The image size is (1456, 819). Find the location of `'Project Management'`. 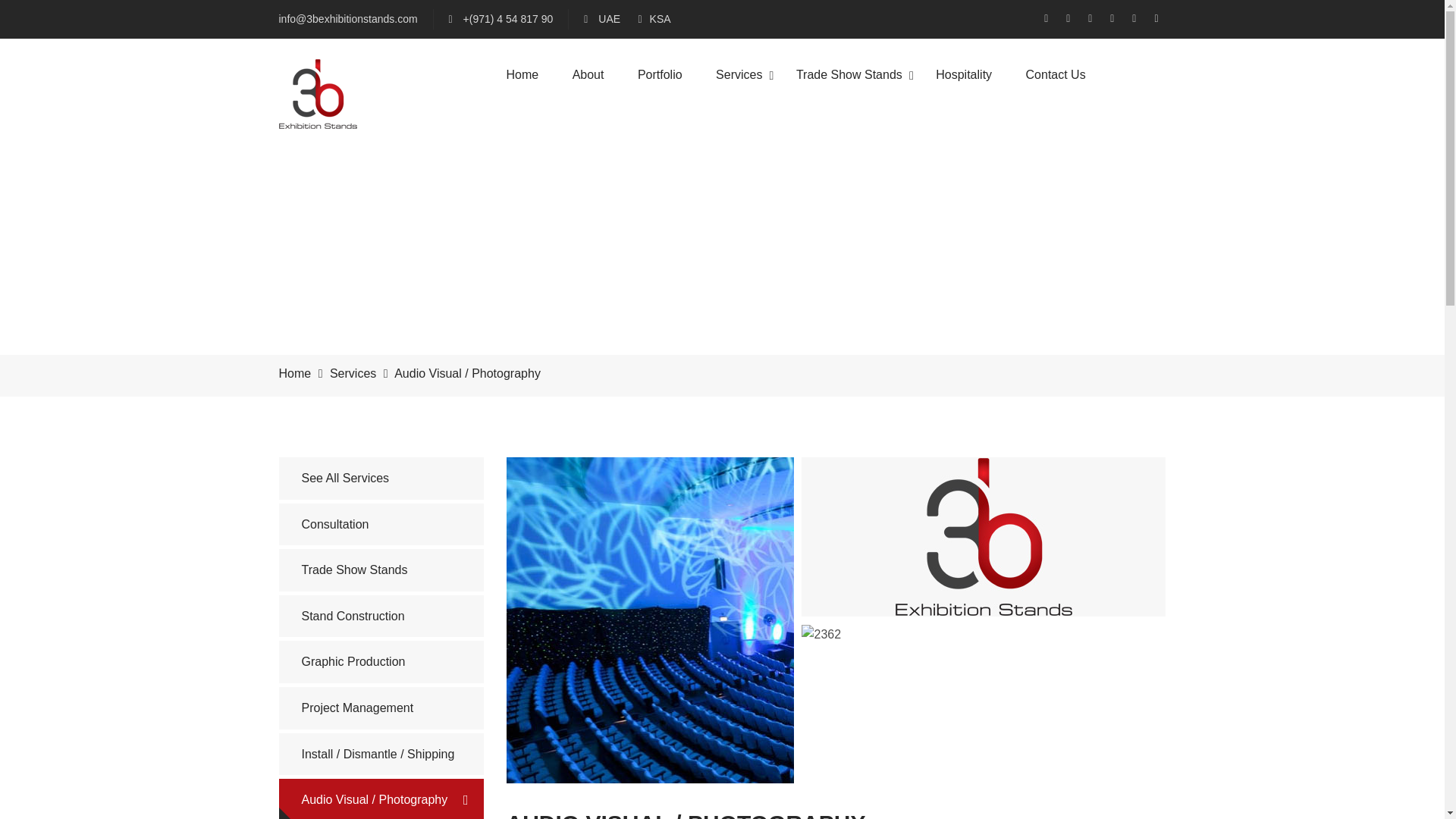

'Project Management' is located at coordinates (381, 708).